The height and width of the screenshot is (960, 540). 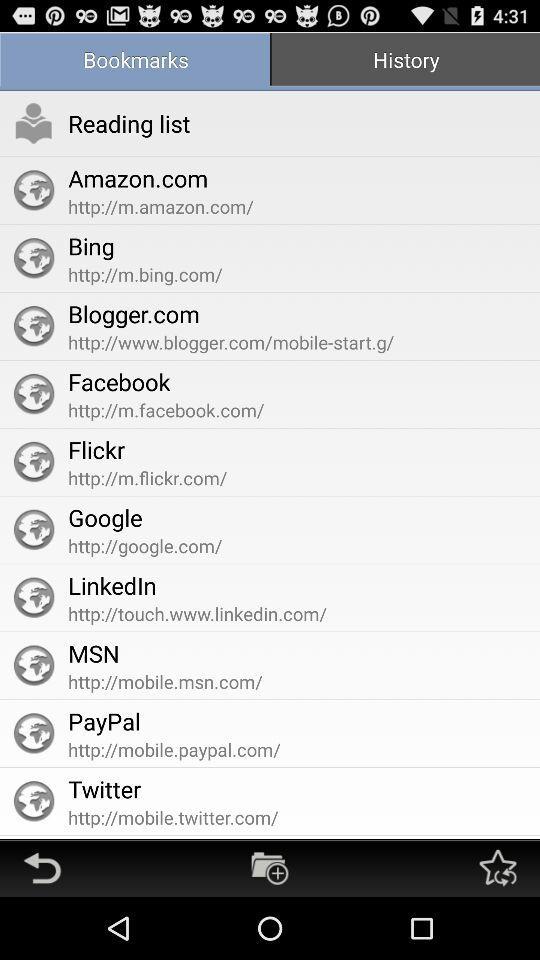 I want to click on item next to the bookmarks, so click(x=405, y=61).